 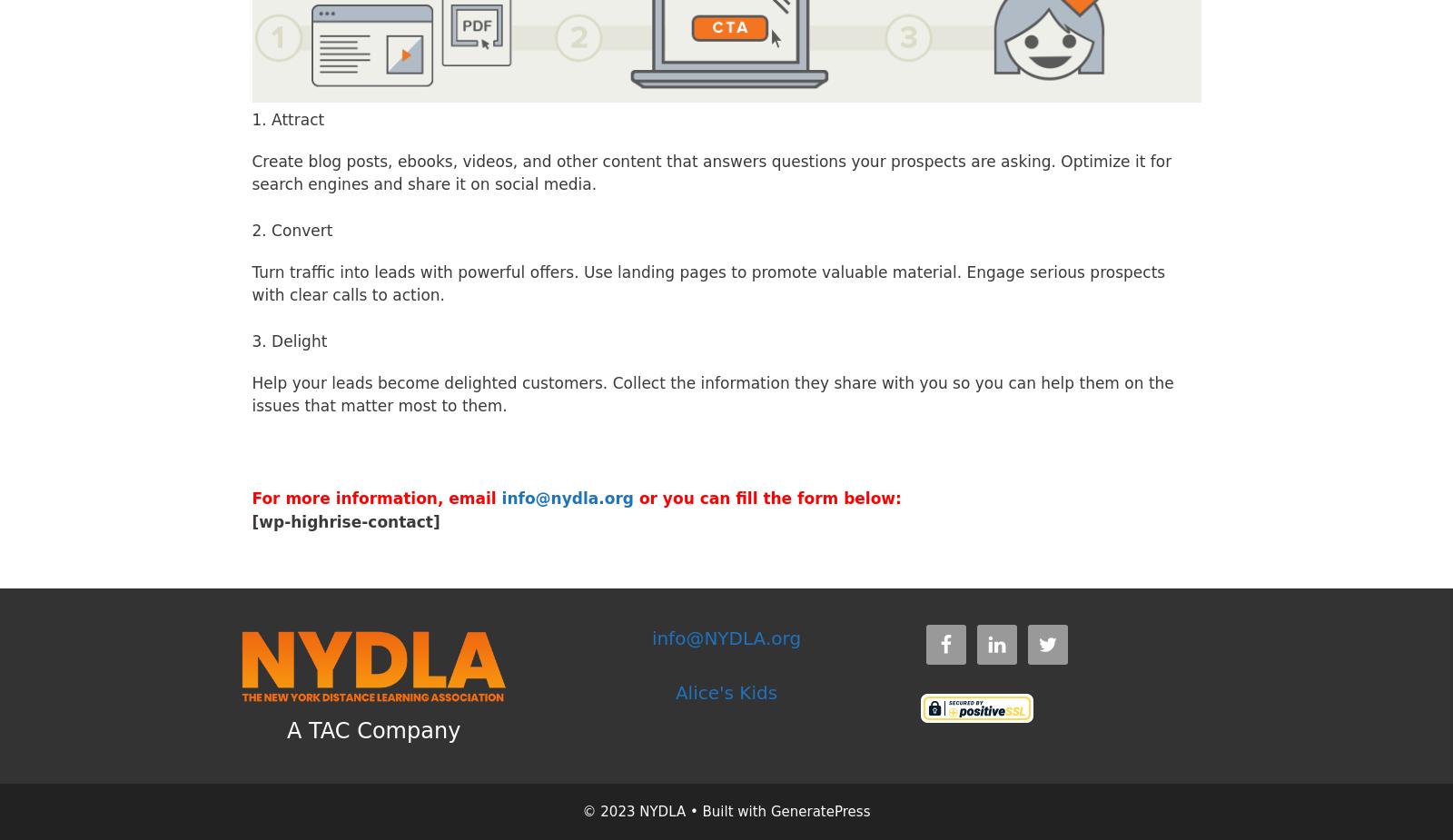 What do you see at coordinates (567, 498) in the screenshot?
I see `'info@nydla.org'` at bounding box center [567, 498].